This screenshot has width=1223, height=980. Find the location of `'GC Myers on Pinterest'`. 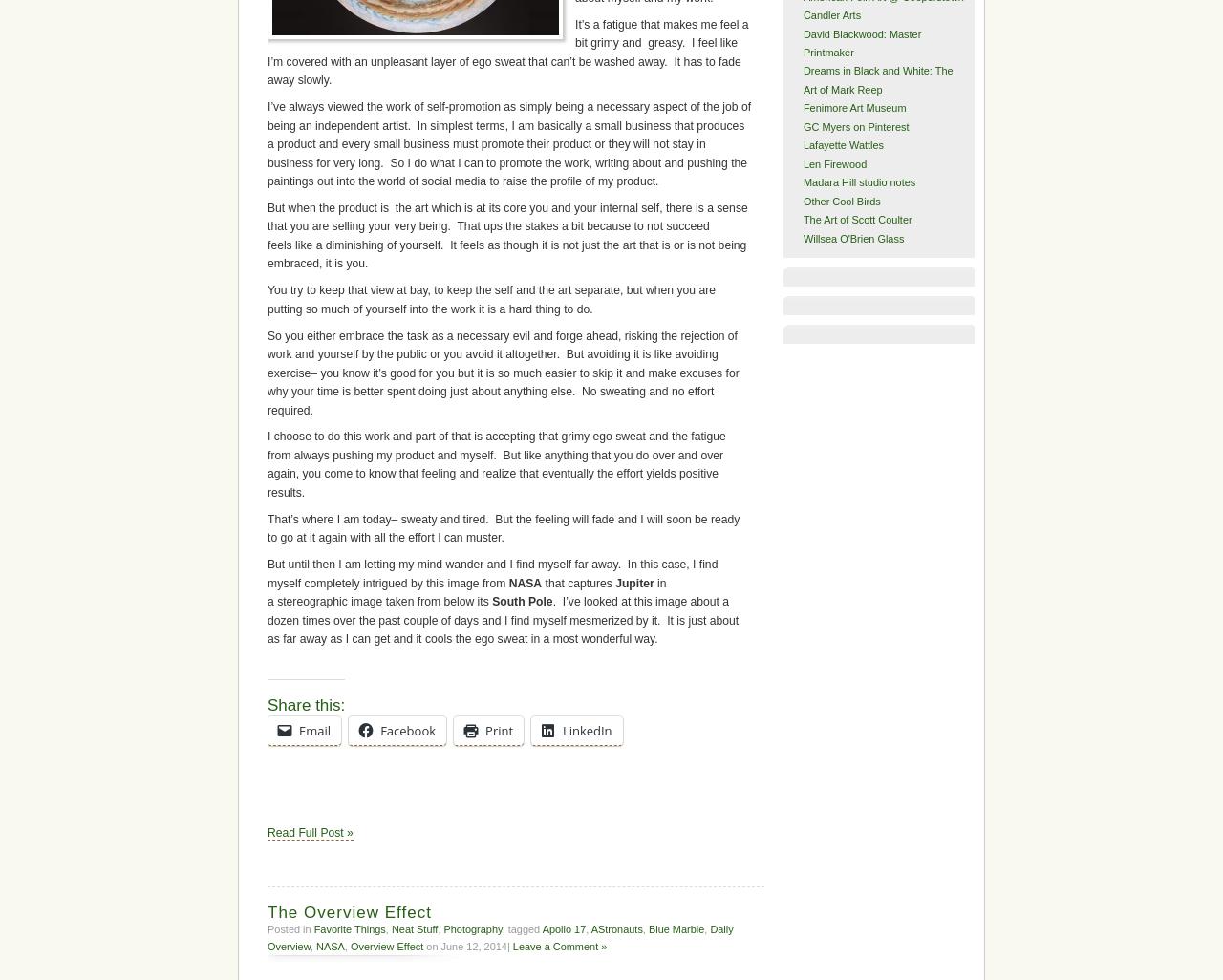

'GC Myers on Pinterest' is located at coordinates (854, 126).